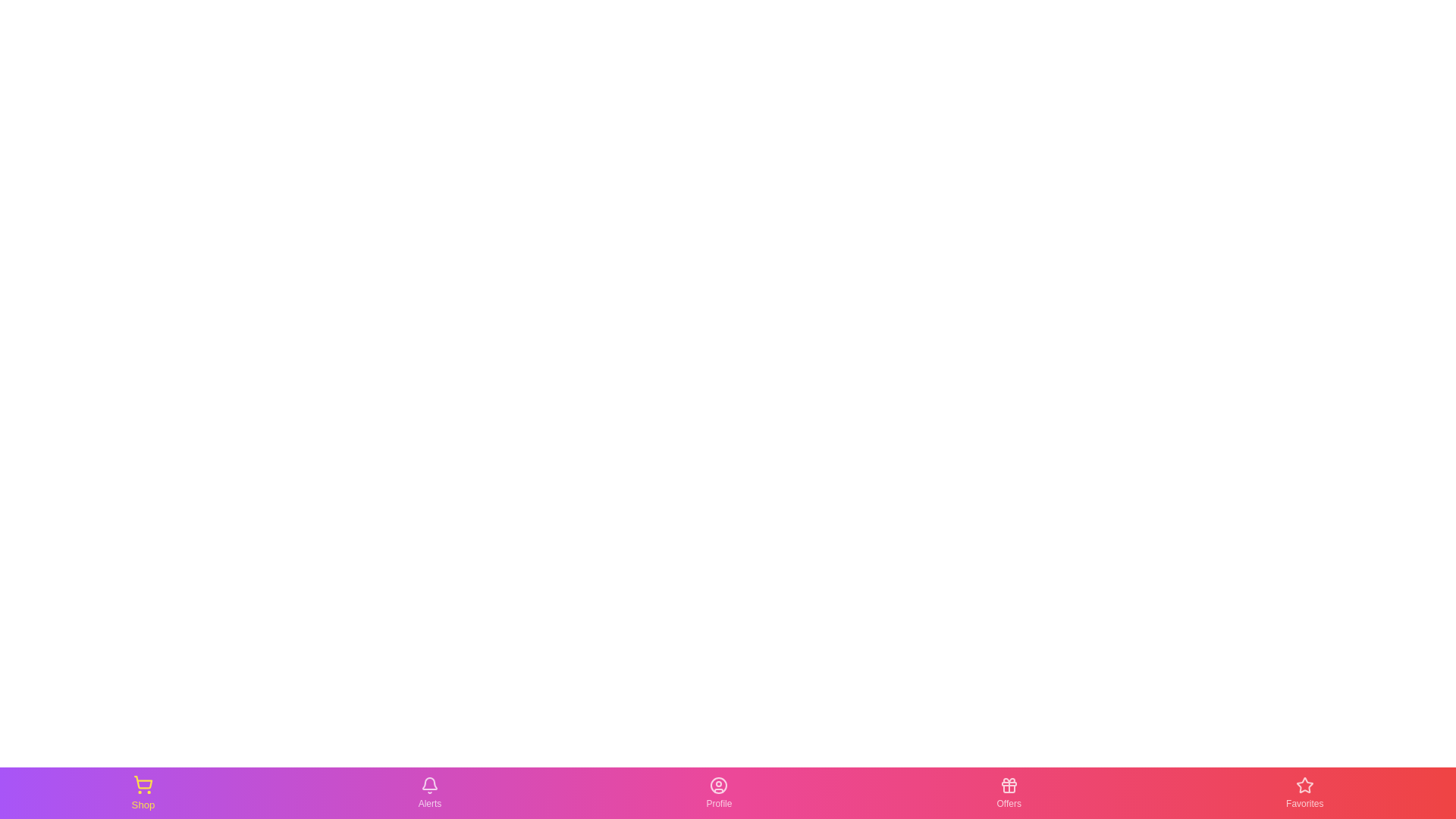 This screenshot has width=1456, height=819. Describe the element at coordinates (1304, 792) in the screenshot. I see `the Favorites tab in the bottom navigation bar` at that location.